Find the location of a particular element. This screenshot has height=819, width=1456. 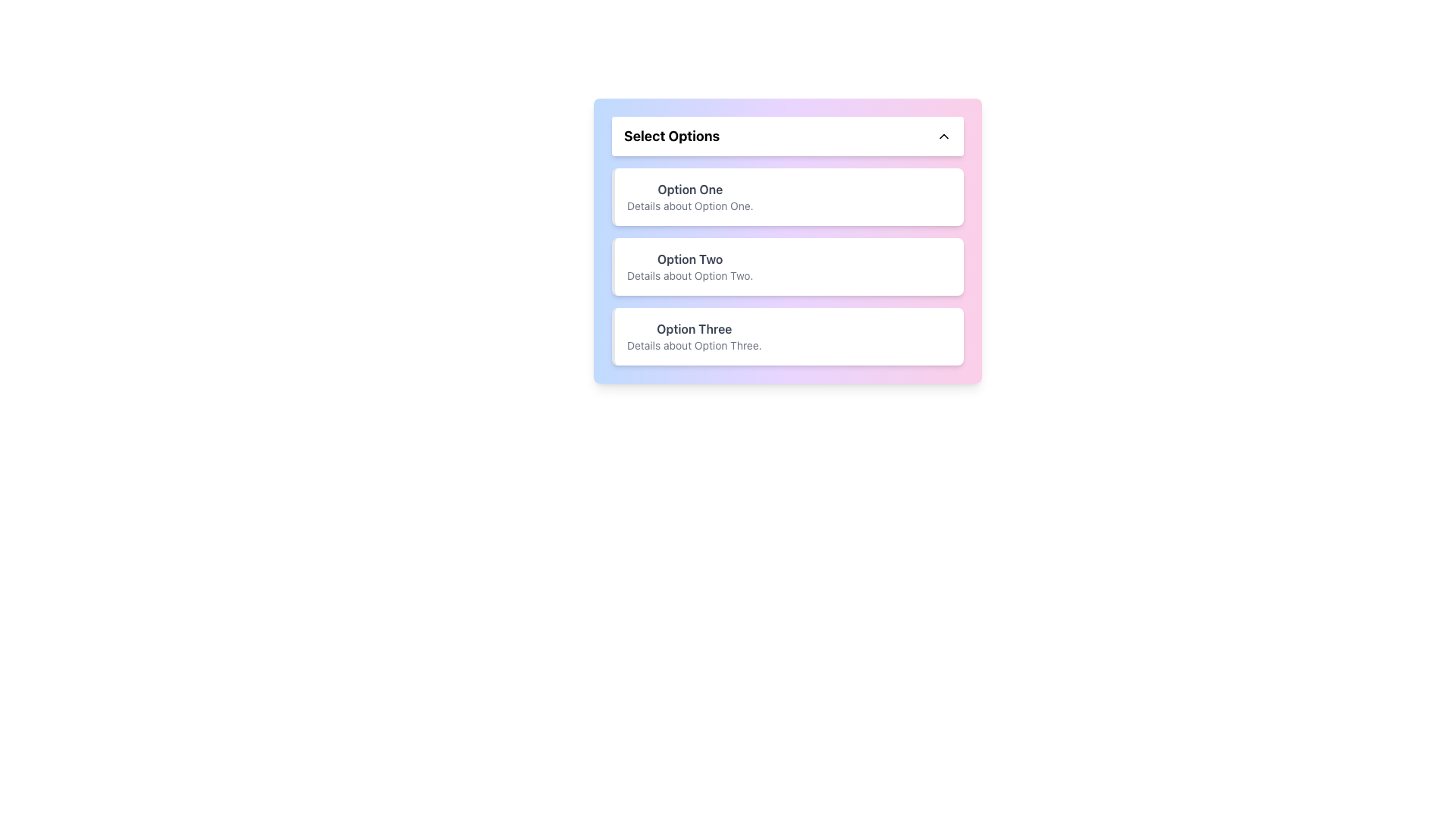

the third entry in the selection list, which represents 'Option Three' is located at coordinates (693, 335).